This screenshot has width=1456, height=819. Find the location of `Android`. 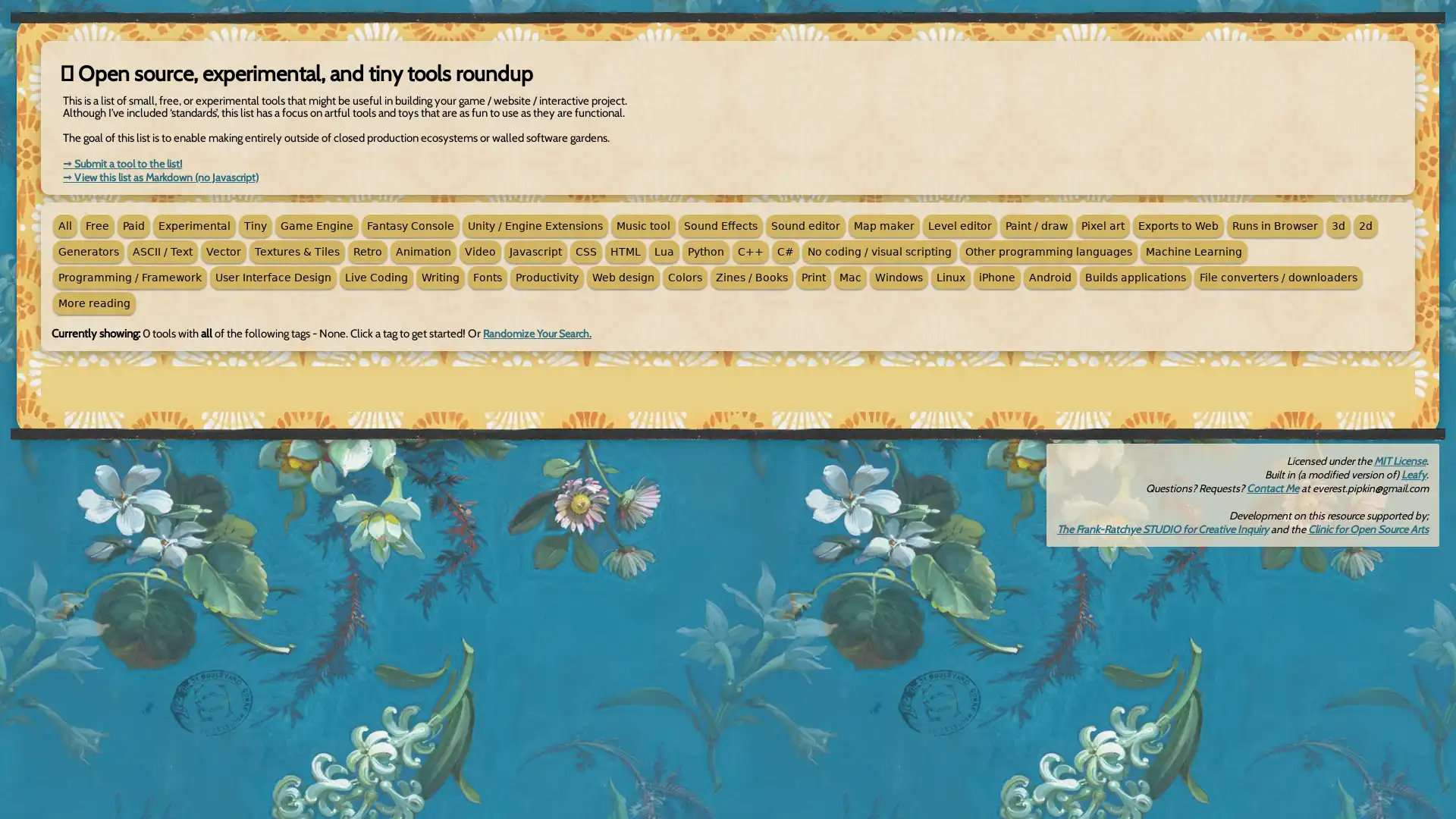

Android is located at coordinates (1050, 278).